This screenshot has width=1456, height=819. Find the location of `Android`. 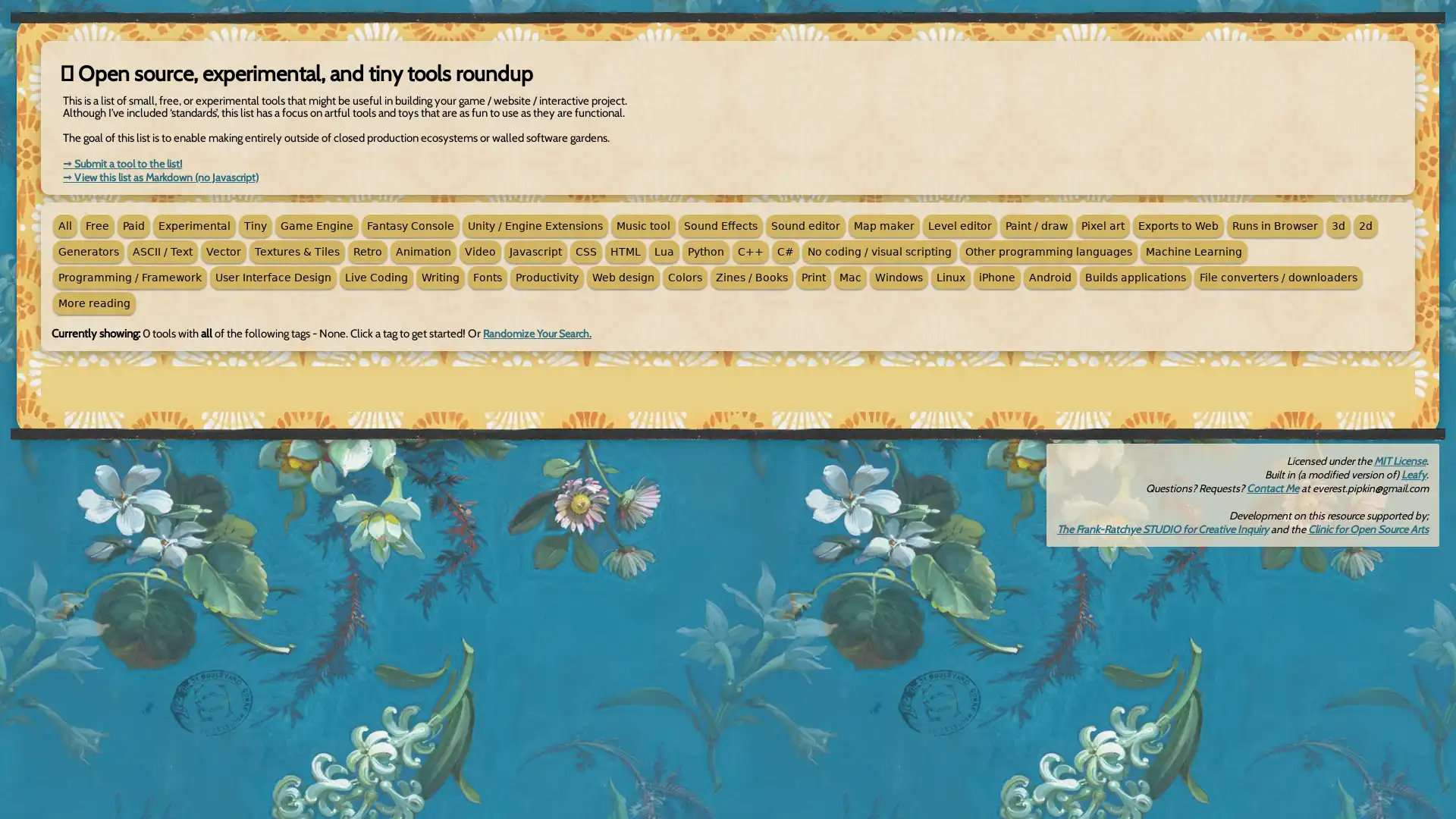

Android is located at coordinates (1050, 278).